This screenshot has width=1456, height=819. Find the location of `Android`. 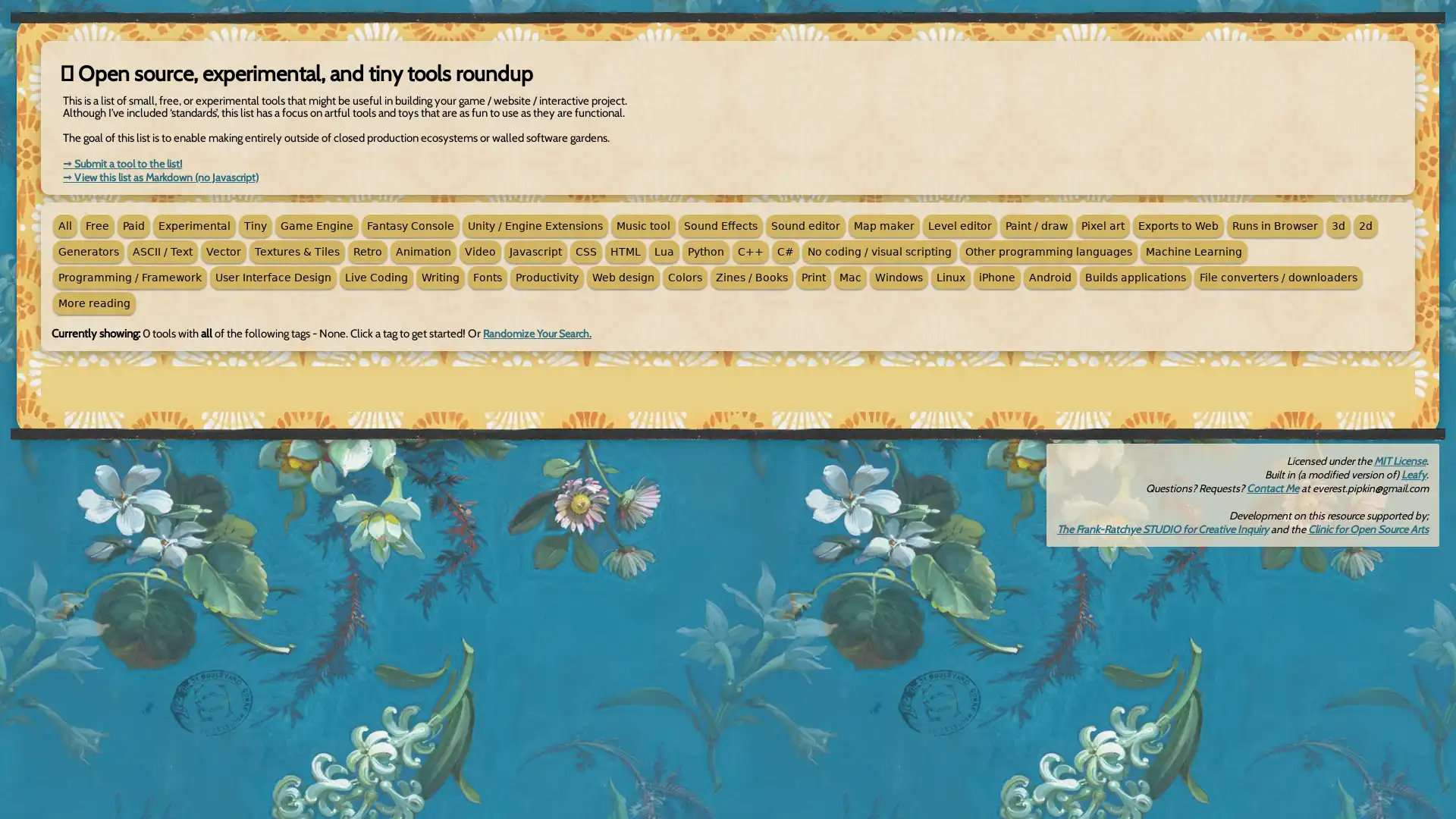

Android is located at coordinates (1050, 278).